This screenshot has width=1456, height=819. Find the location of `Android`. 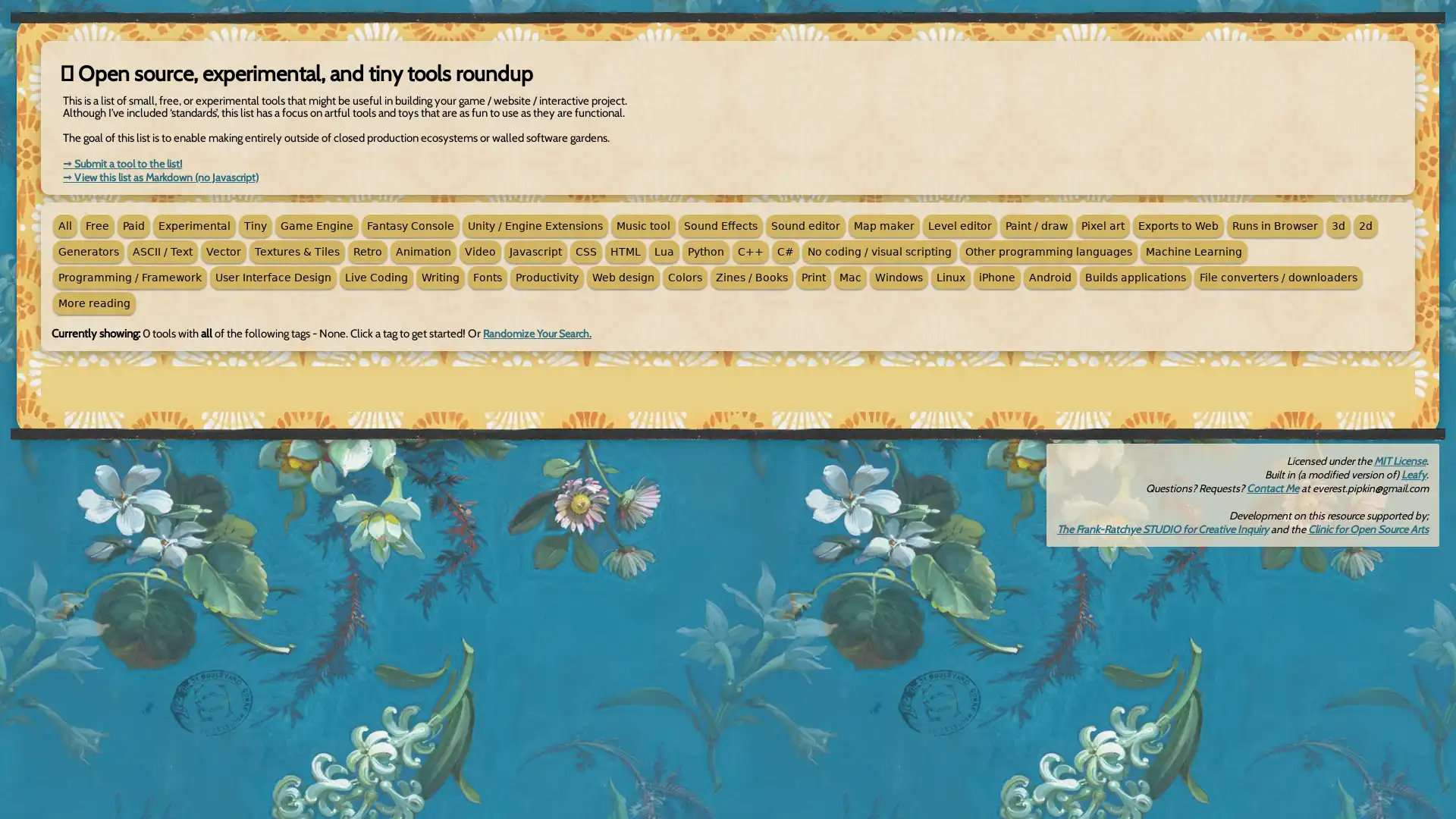

Android is located at coordinates (1050, 278).